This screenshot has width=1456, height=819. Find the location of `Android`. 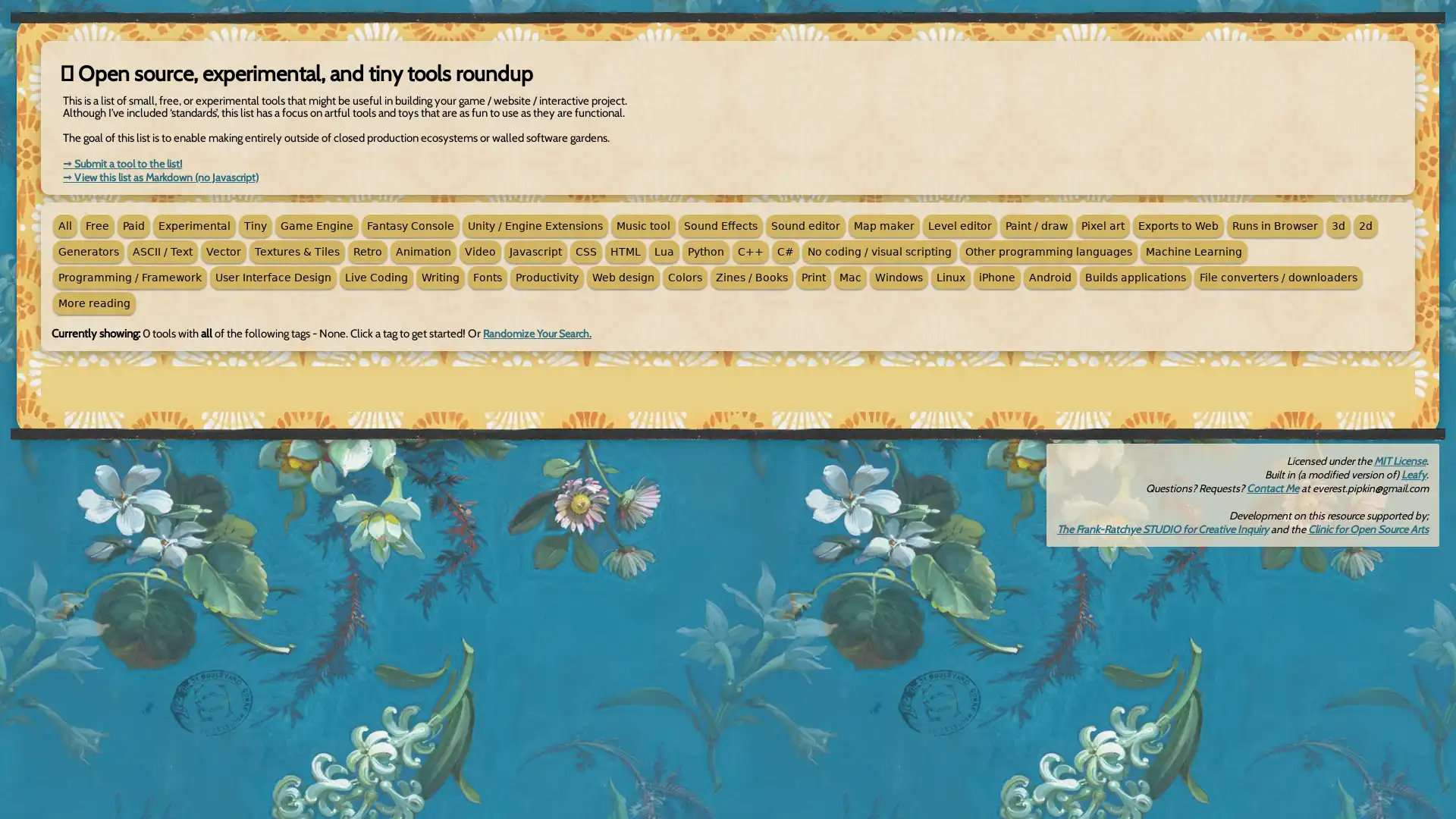

Android is located at coordinates (1050, 278).